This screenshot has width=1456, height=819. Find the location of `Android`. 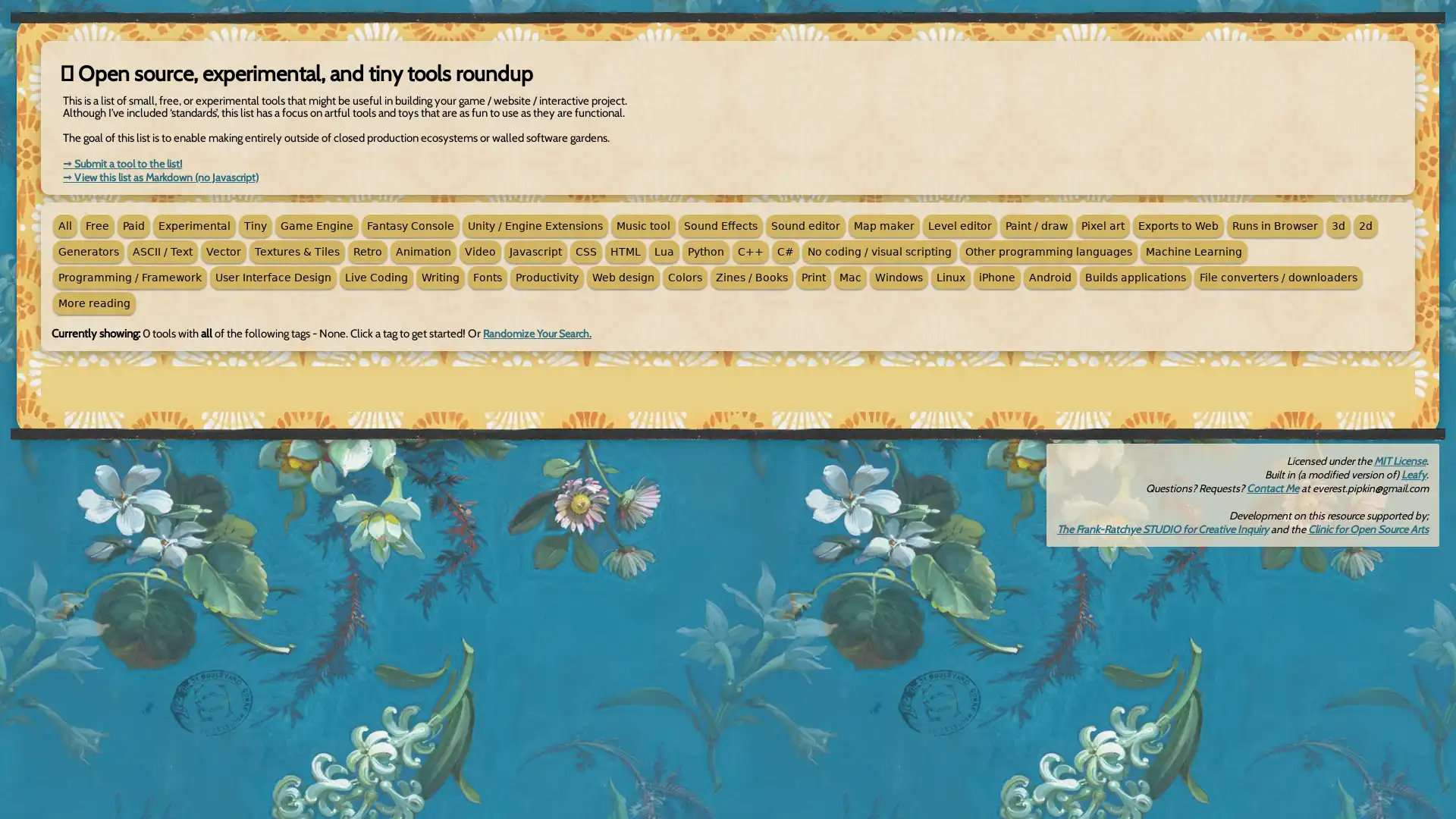

Android is located at coordinates (1050, 278).